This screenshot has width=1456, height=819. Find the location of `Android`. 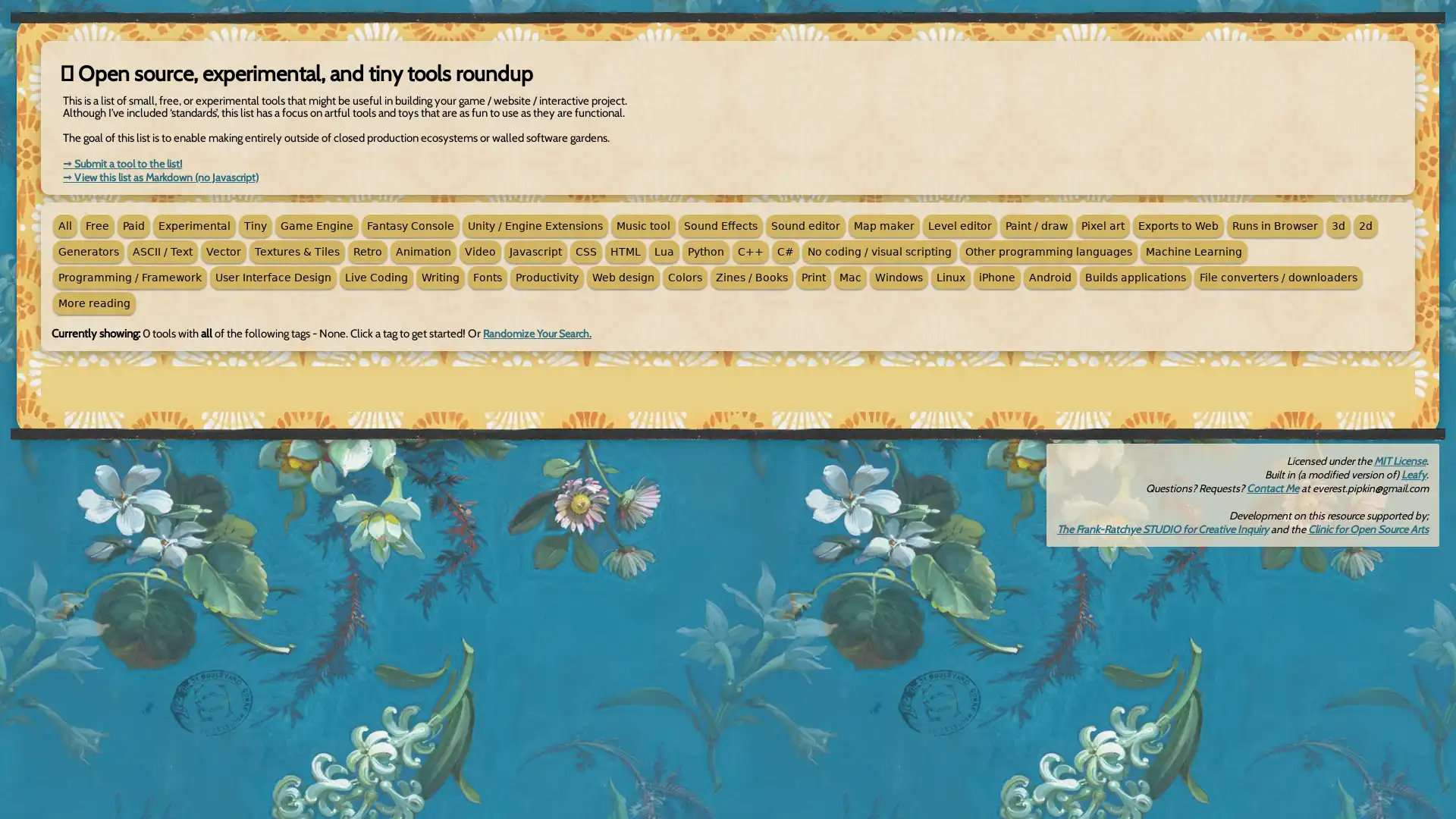

Android is located at coordinates (1050, 278).